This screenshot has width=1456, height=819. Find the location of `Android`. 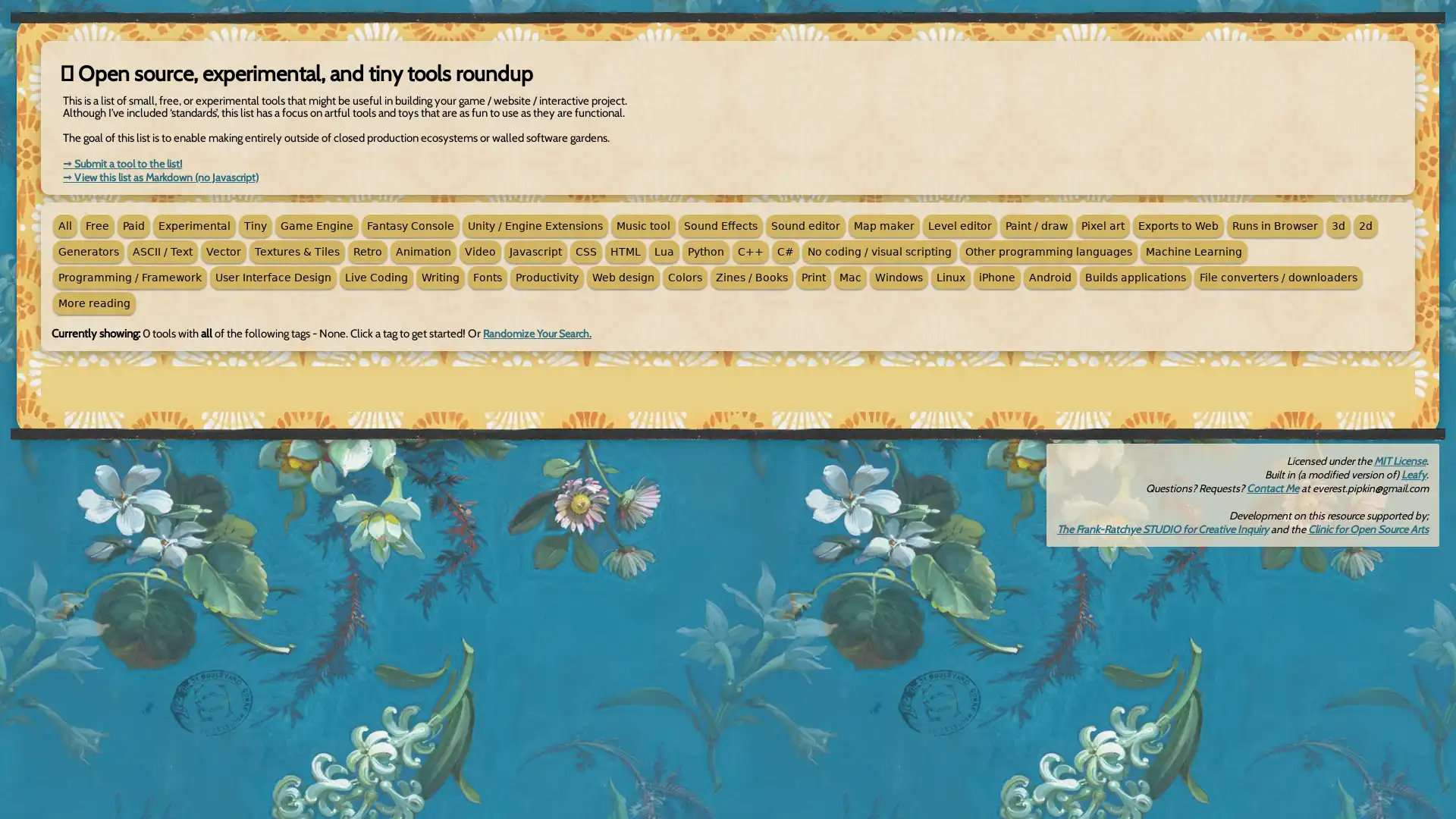

Android is located at coordinates (1050, 278).